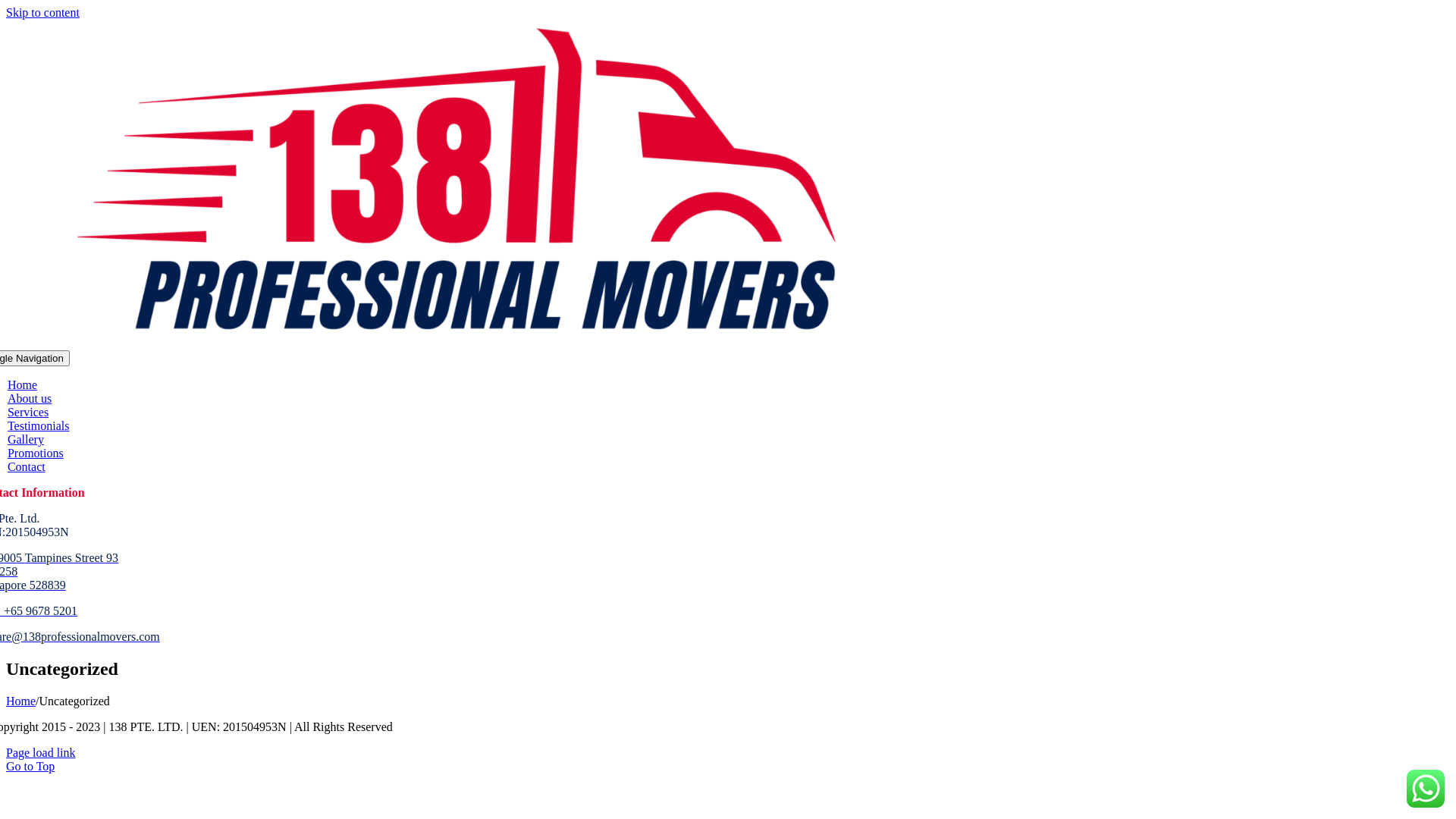  What do you see at coordinates (7, 384) in the screenshot?
I see `'Home'` at bounding box center [7, 384].